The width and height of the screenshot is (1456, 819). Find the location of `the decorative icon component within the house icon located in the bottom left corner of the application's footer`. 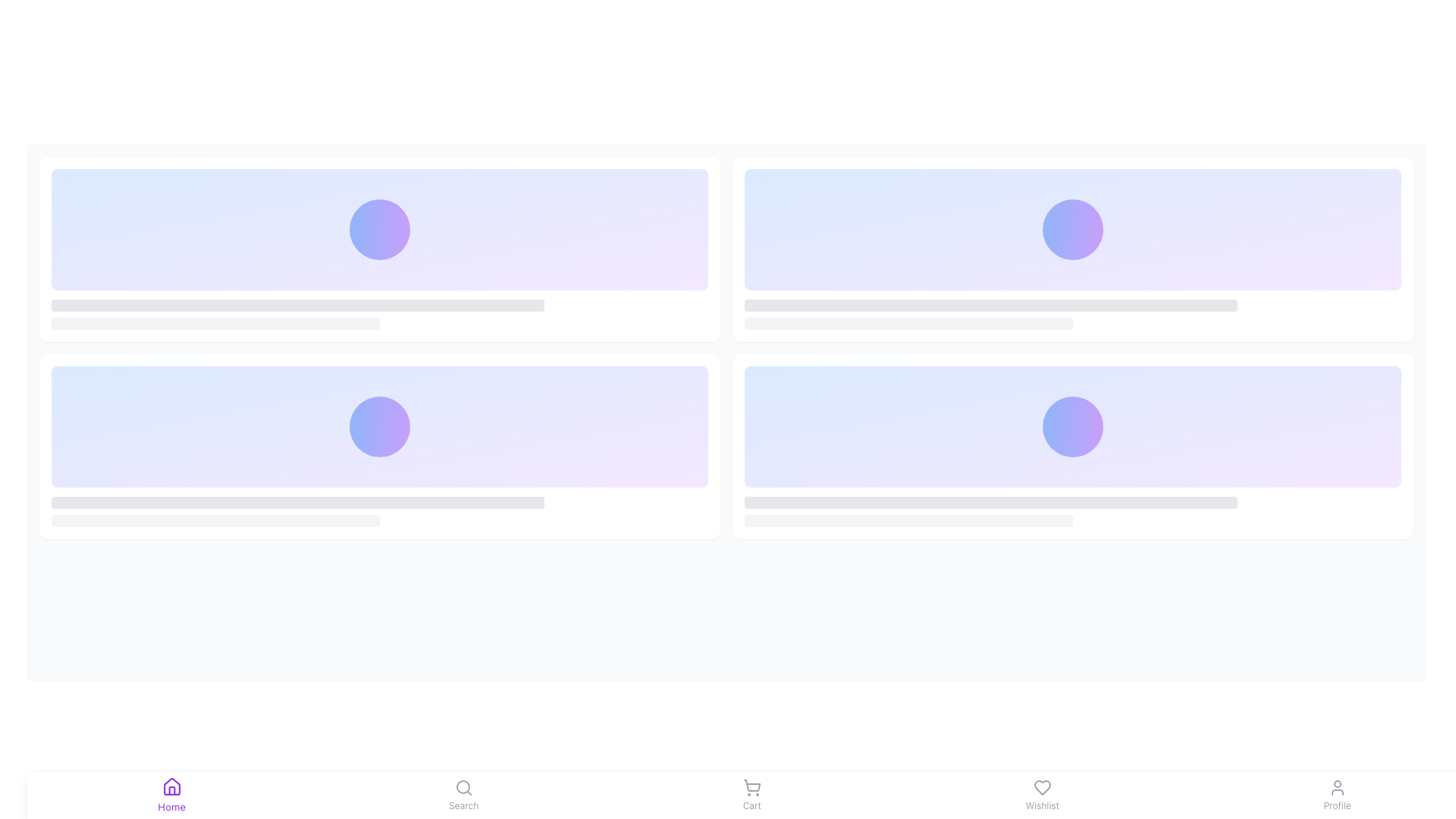

the decorative icon component within the house icon located in the bottom left corner of the application's footer is located at coordinates (171, 789).